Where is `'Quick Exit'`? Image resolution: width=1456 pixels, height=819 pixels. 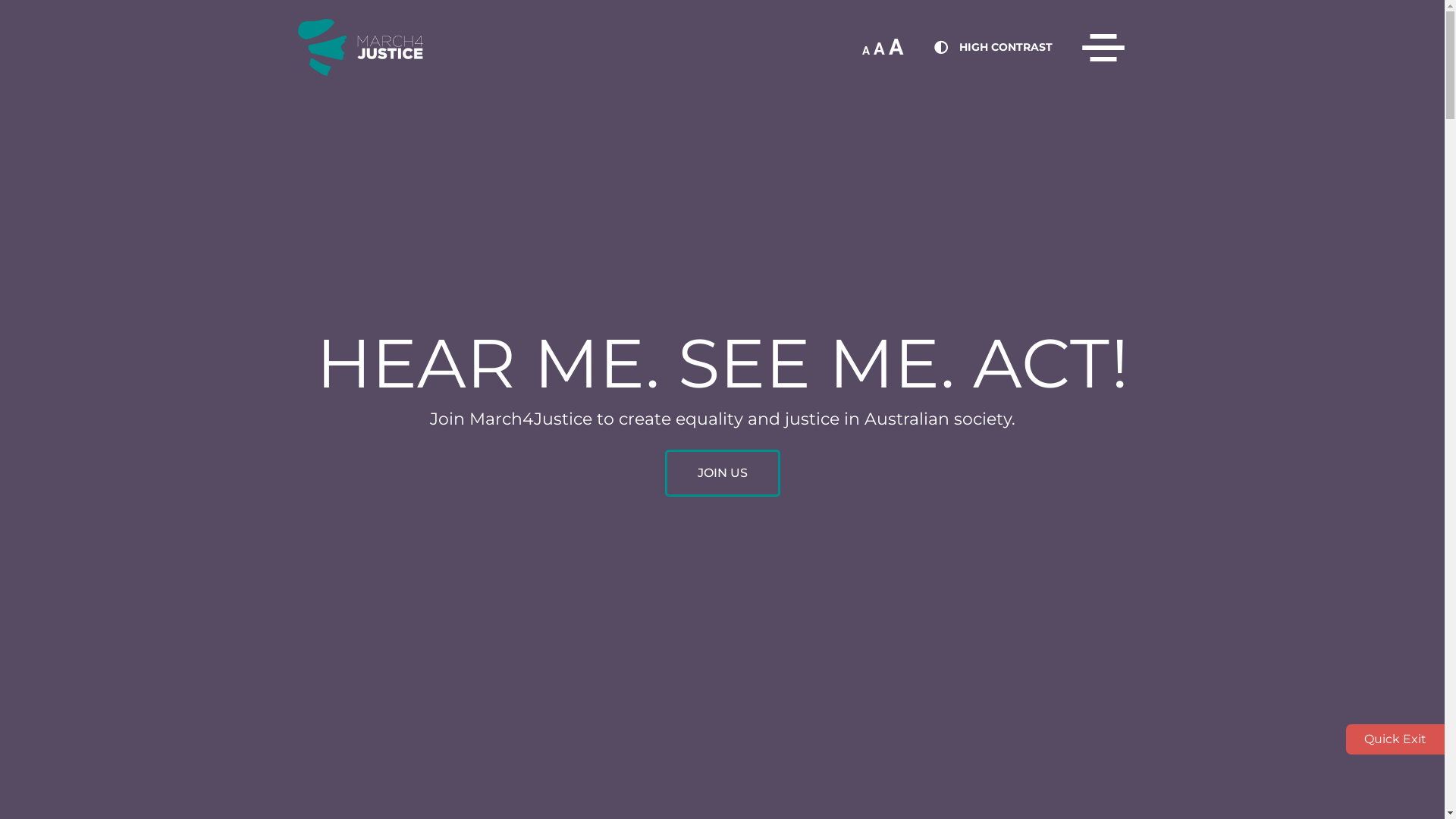
'Quick Exit' is located at coordinates (1395, 739).